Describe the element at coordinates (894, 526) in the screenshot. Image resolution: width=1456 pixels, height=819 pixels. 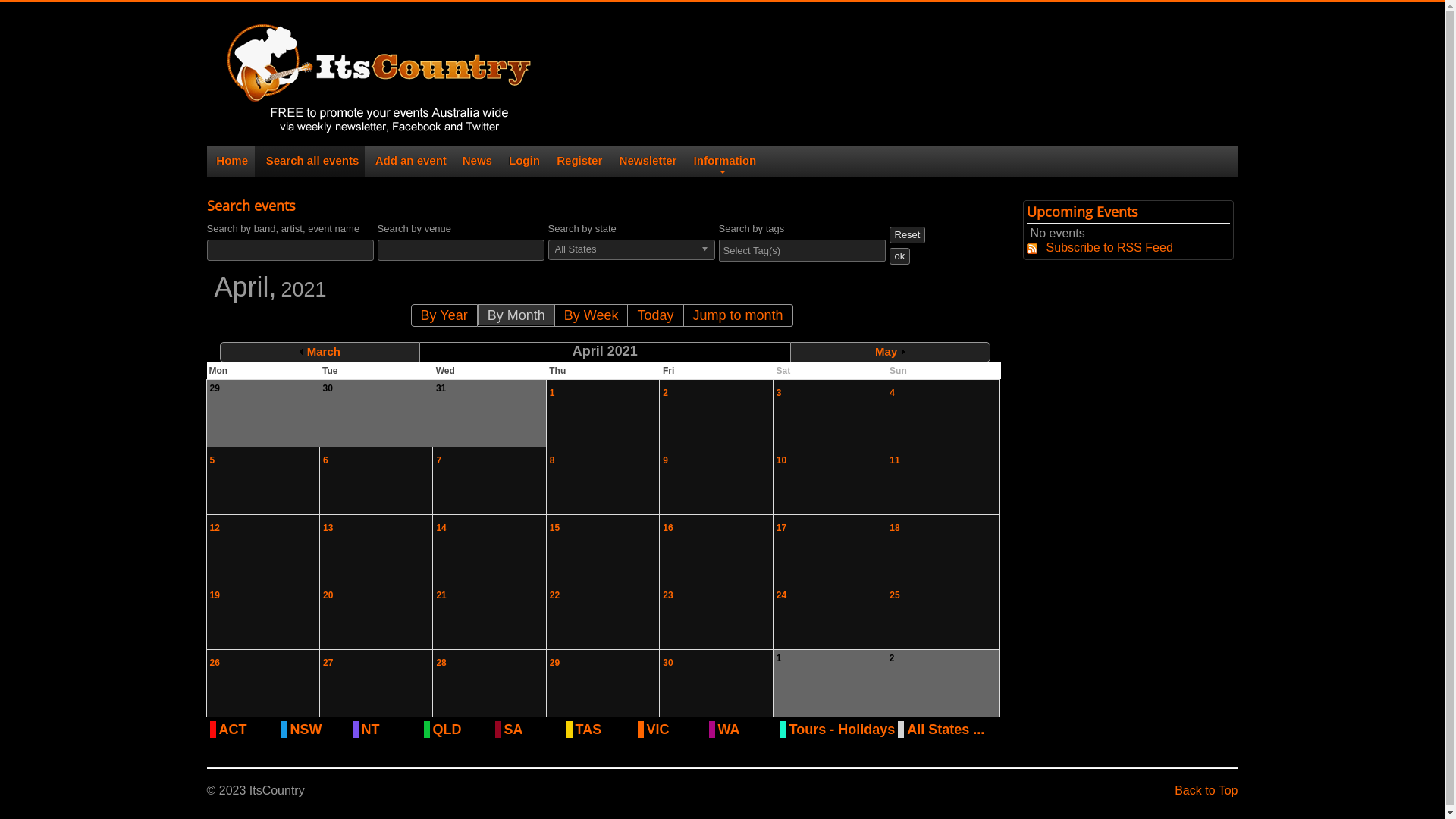
I see `'18'` at that location.